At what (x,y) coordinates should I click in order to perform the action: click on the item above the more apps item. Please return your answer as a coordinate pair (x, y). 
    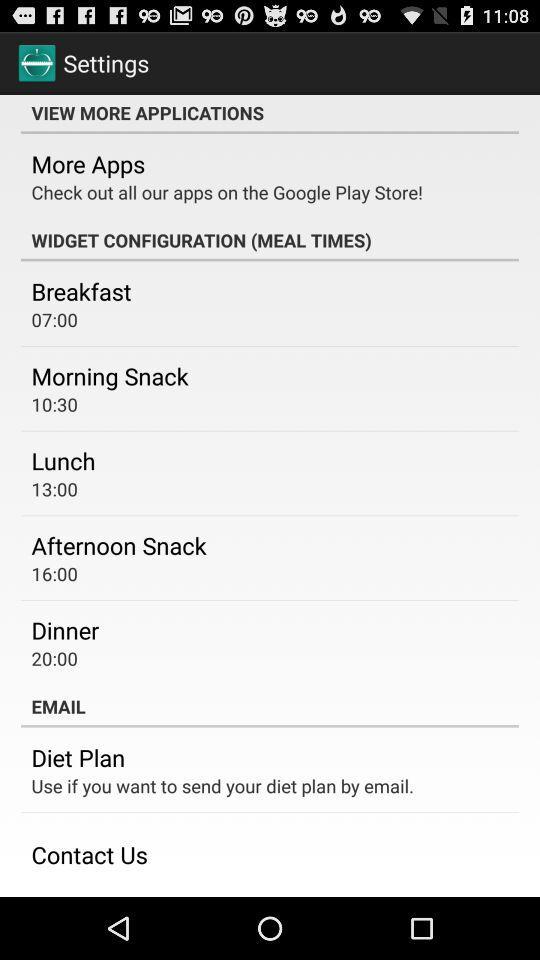
    Looking at the image, I should click on (270, 113).